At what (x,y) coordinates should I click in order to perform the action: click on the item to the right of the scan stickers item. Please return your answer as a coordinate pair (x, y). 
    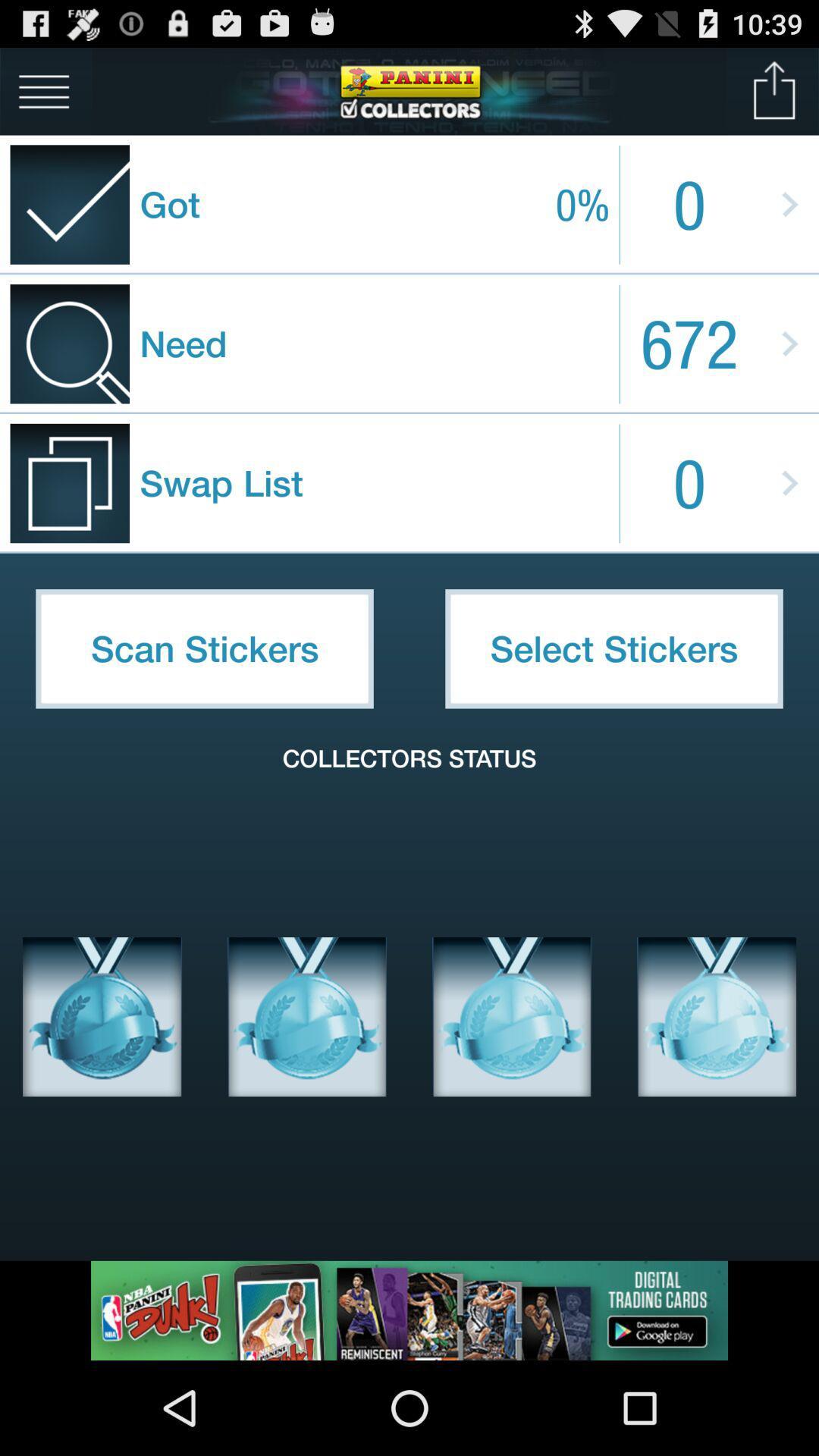
    Looking at the image, I should click on (614, 648).